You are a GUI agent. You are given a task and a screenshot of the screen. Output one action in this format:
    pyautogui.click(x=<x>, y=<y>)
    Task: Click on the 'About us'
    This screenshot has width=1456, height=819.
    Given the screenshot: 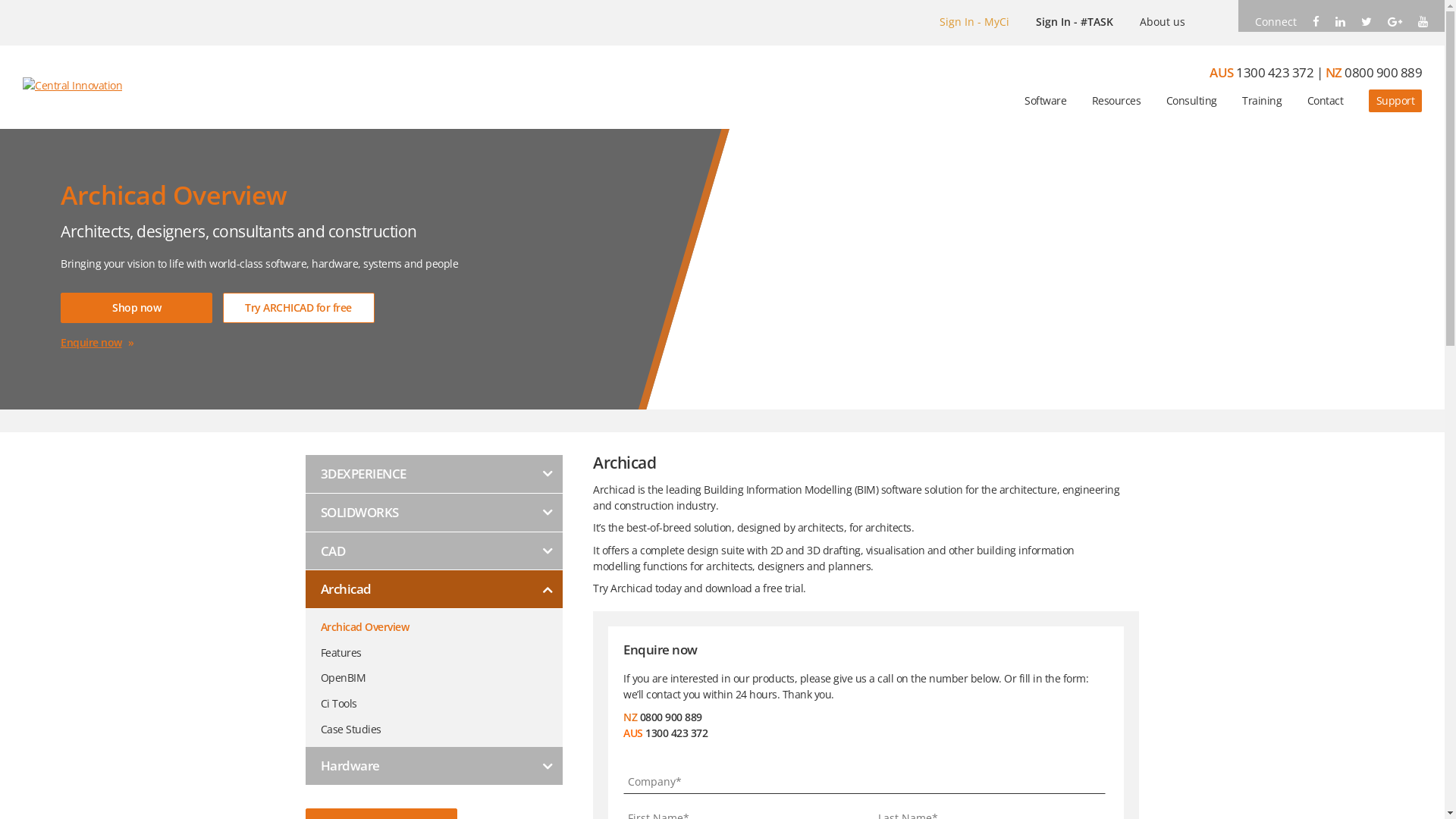 What is the action you would take?
    pyautogui.click(x=1161, y=21)
    